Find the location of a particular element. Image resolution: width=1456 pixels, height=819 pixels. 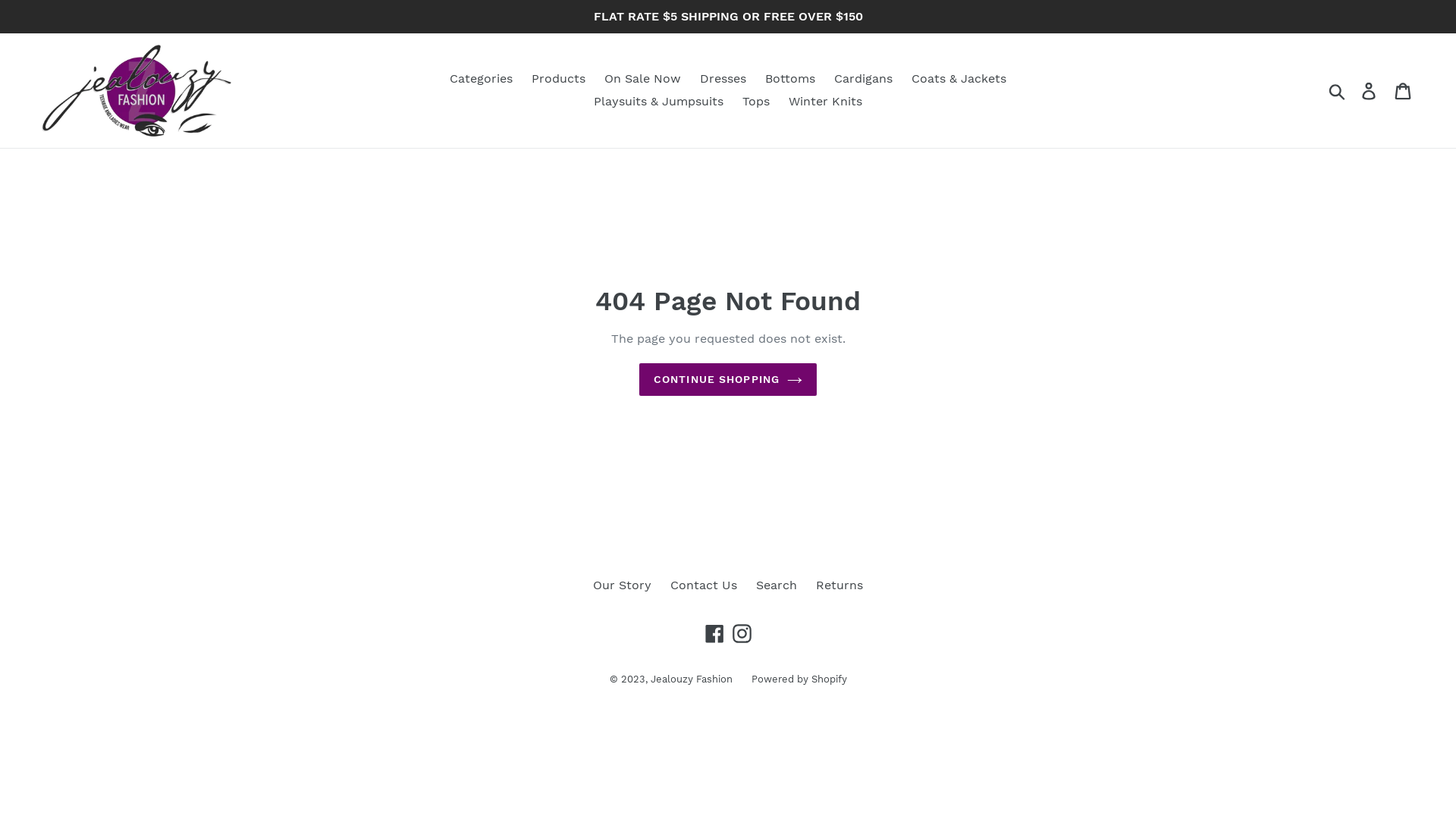

'Playsuits & Jumpsuits' is located at coordinates (585, 102).